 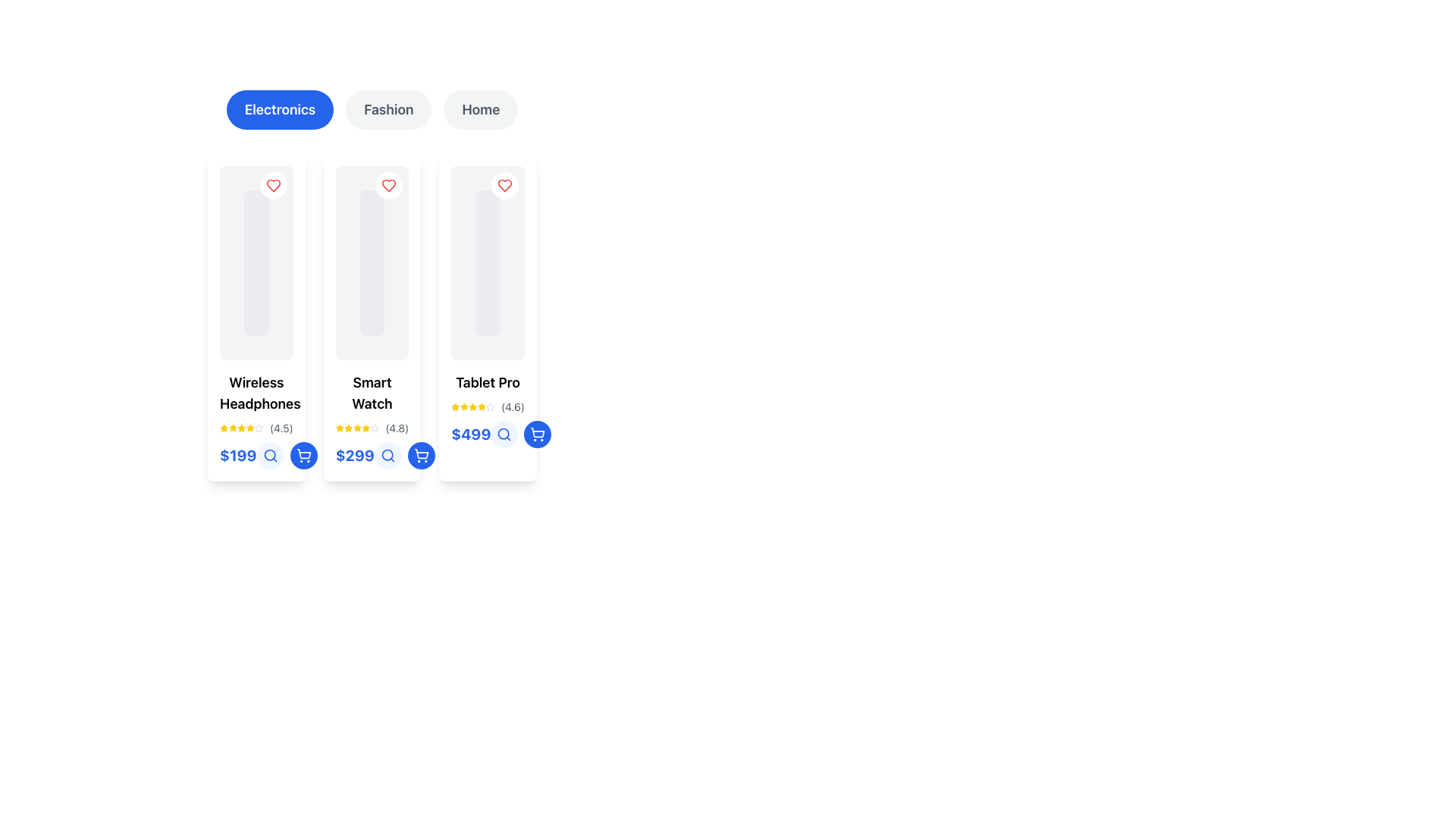 I want to click on the yellow star-shaped icon located, so click(x=472, y=406).